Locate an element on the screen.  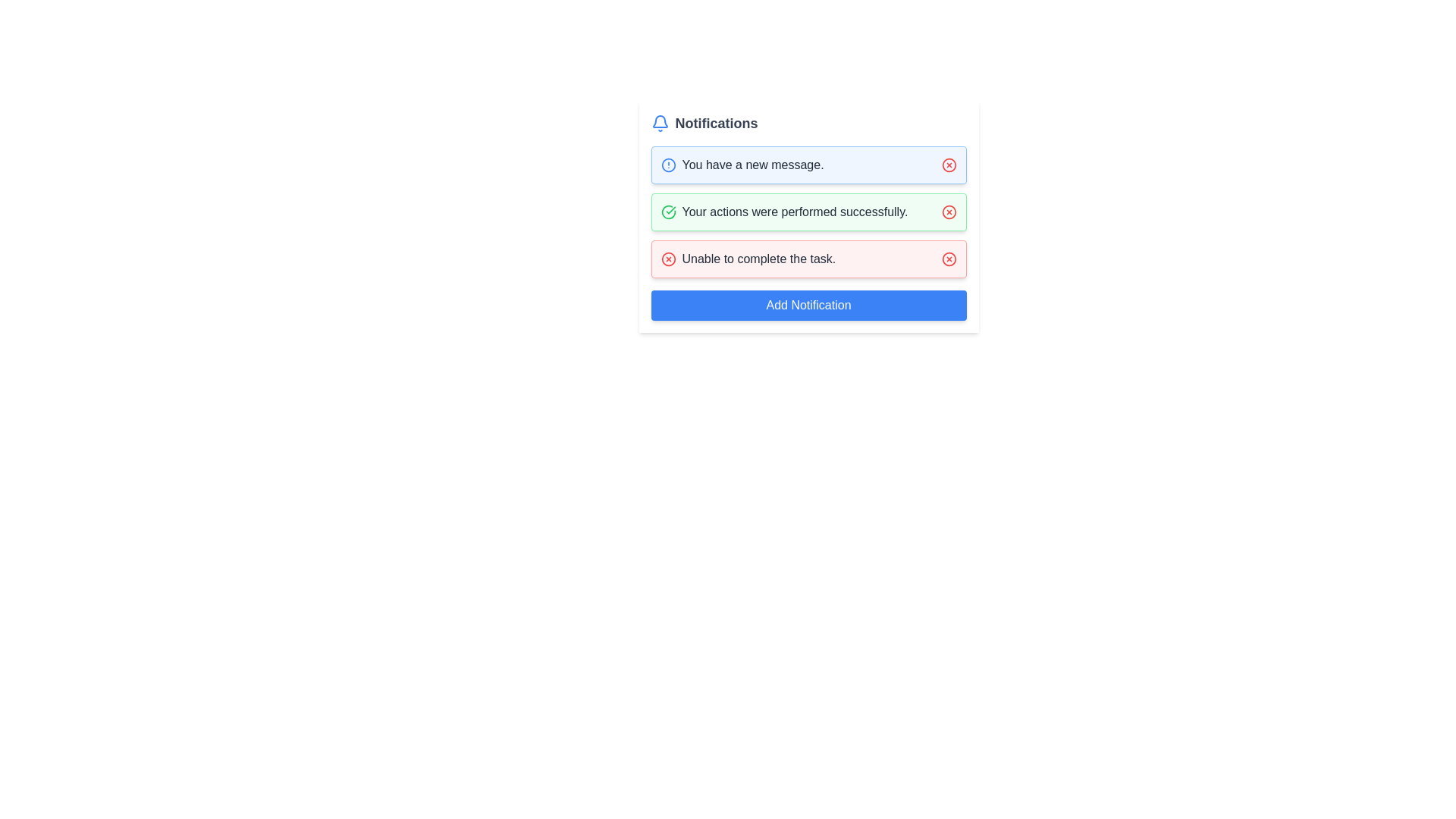
text from the 'Notifications' label, which is a bold and large textual element displayed in dark gray, located at the top section of the user interface module, to the right of a blue bell icon is located at coordinates (716, 122).